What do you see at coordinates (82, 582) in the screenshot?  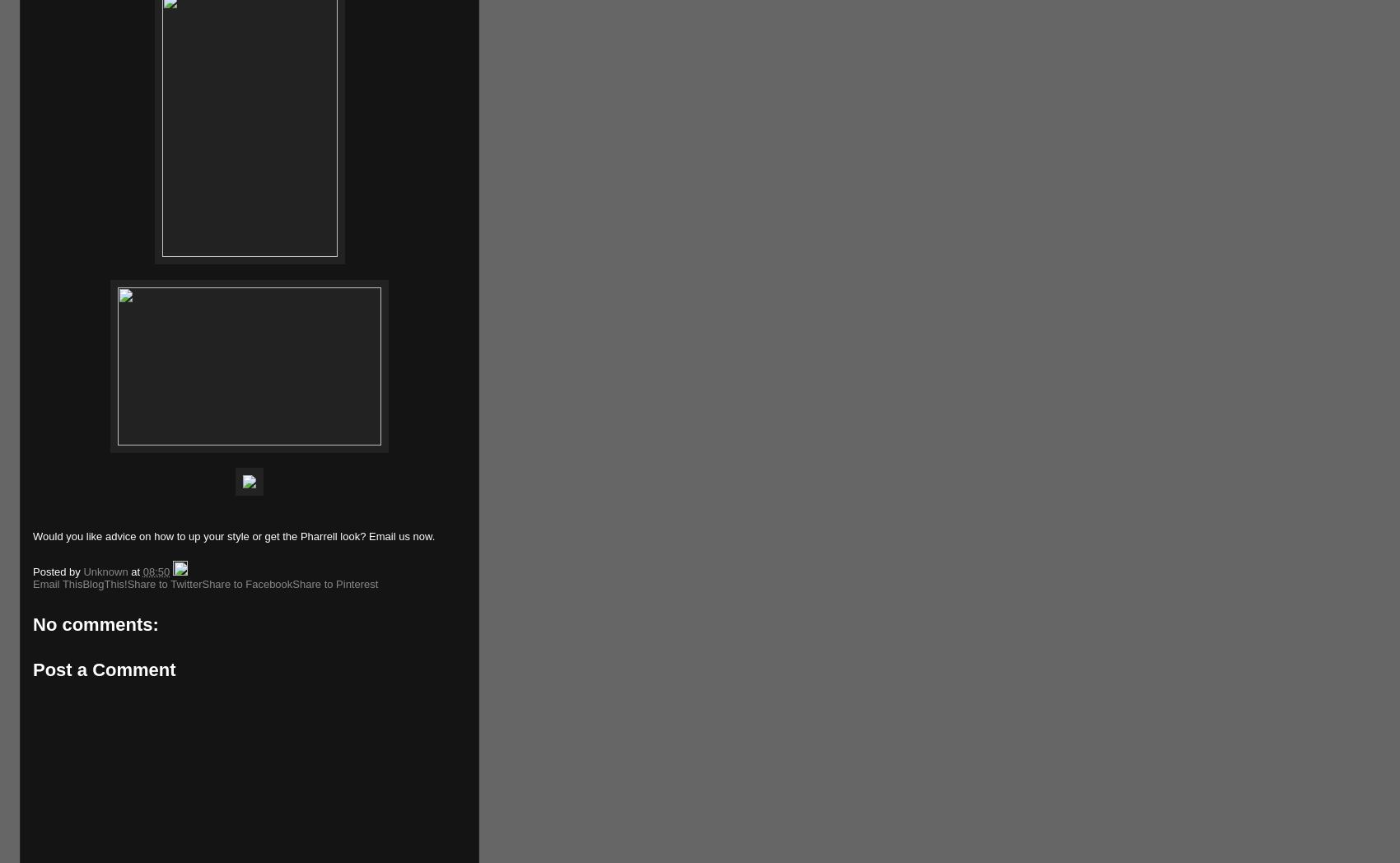 I see `'BlogThis!'` at bounding box center [82, 582].